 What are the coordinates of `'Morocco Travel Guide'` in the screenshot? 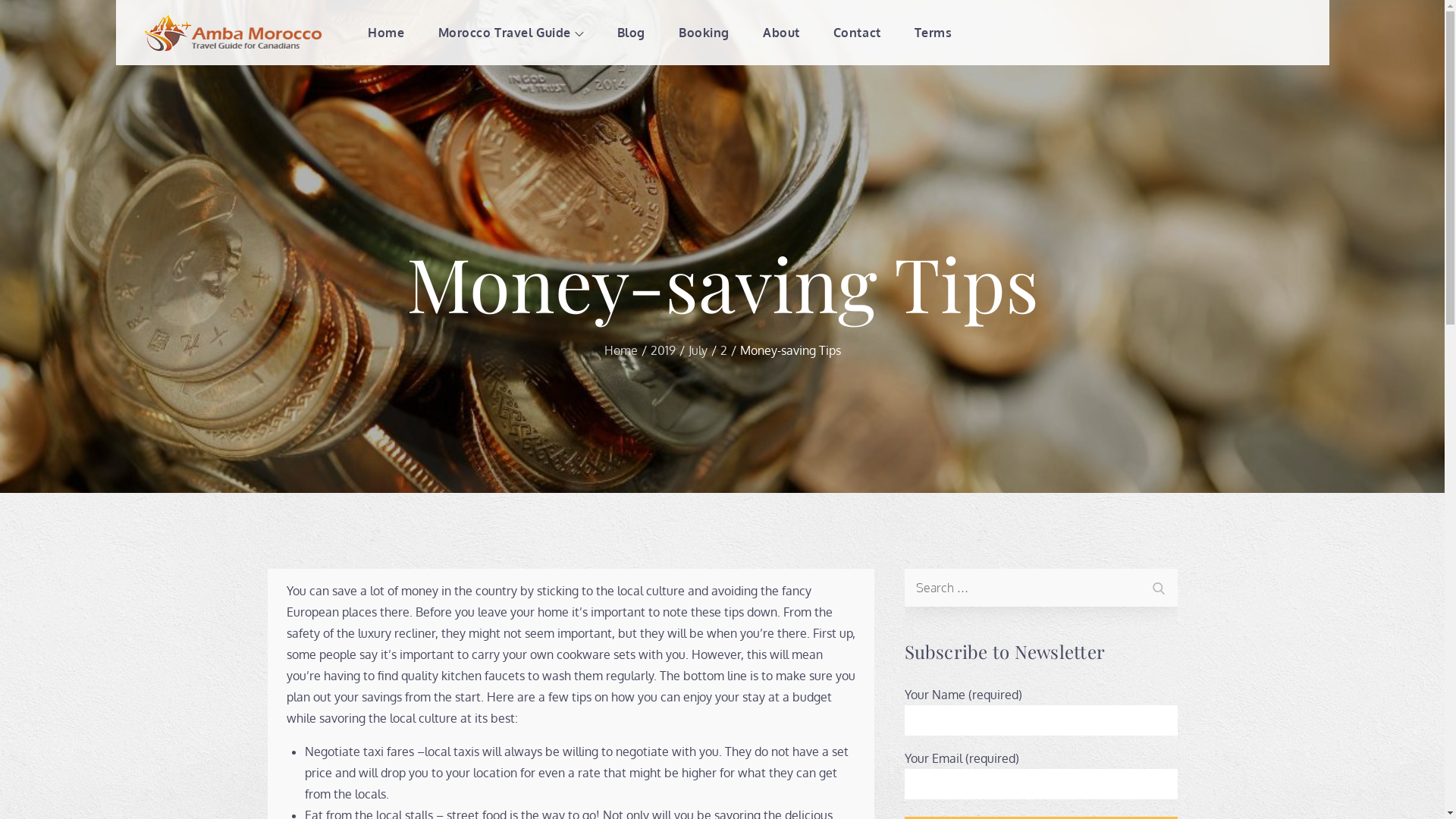 It's located at (422, 32).